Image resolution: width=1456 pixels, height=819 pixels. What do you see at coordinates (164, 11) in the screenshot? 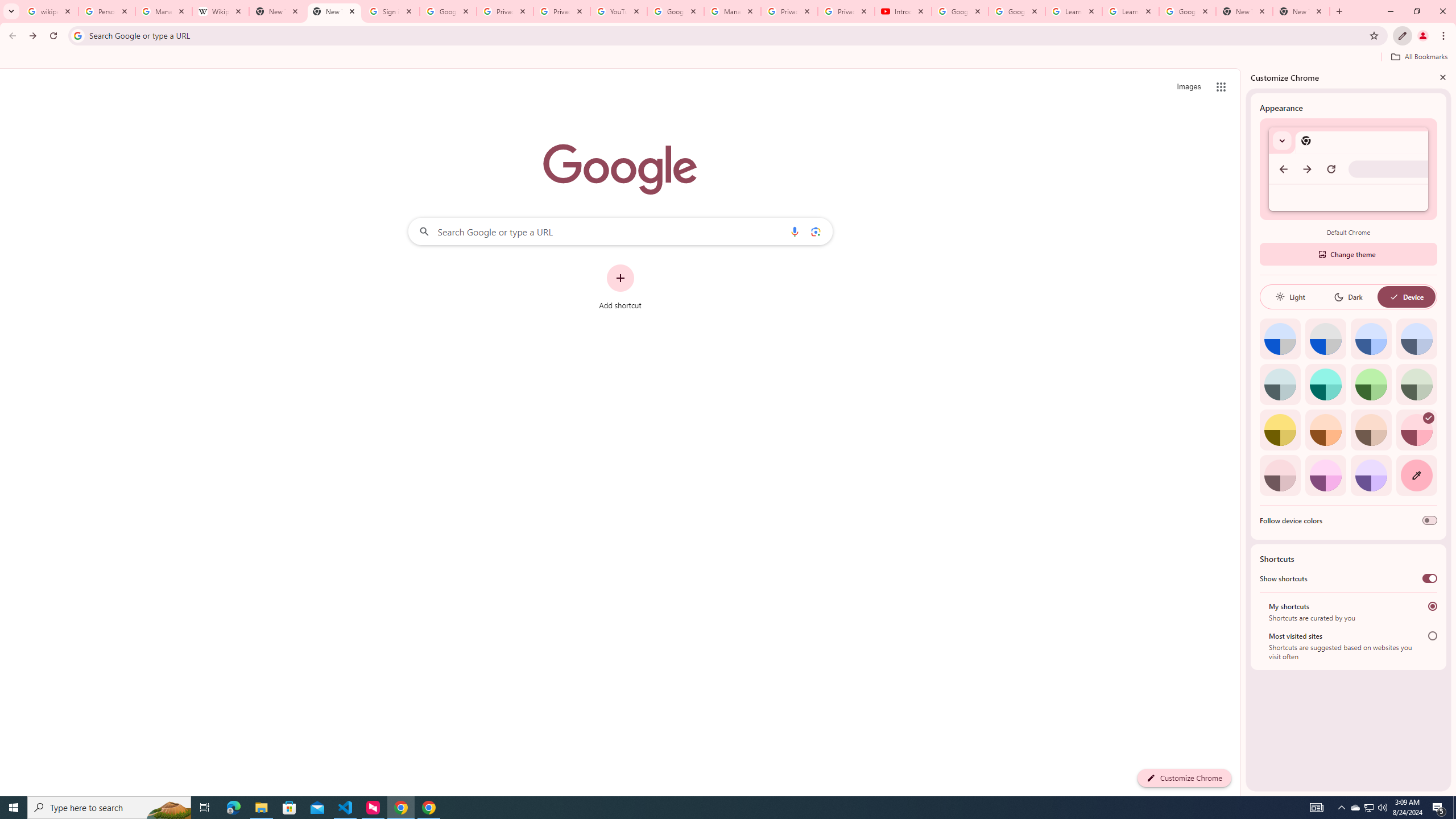
I see `'Manage your Location History - Google Search Help'` at bounding box center [164, 11].